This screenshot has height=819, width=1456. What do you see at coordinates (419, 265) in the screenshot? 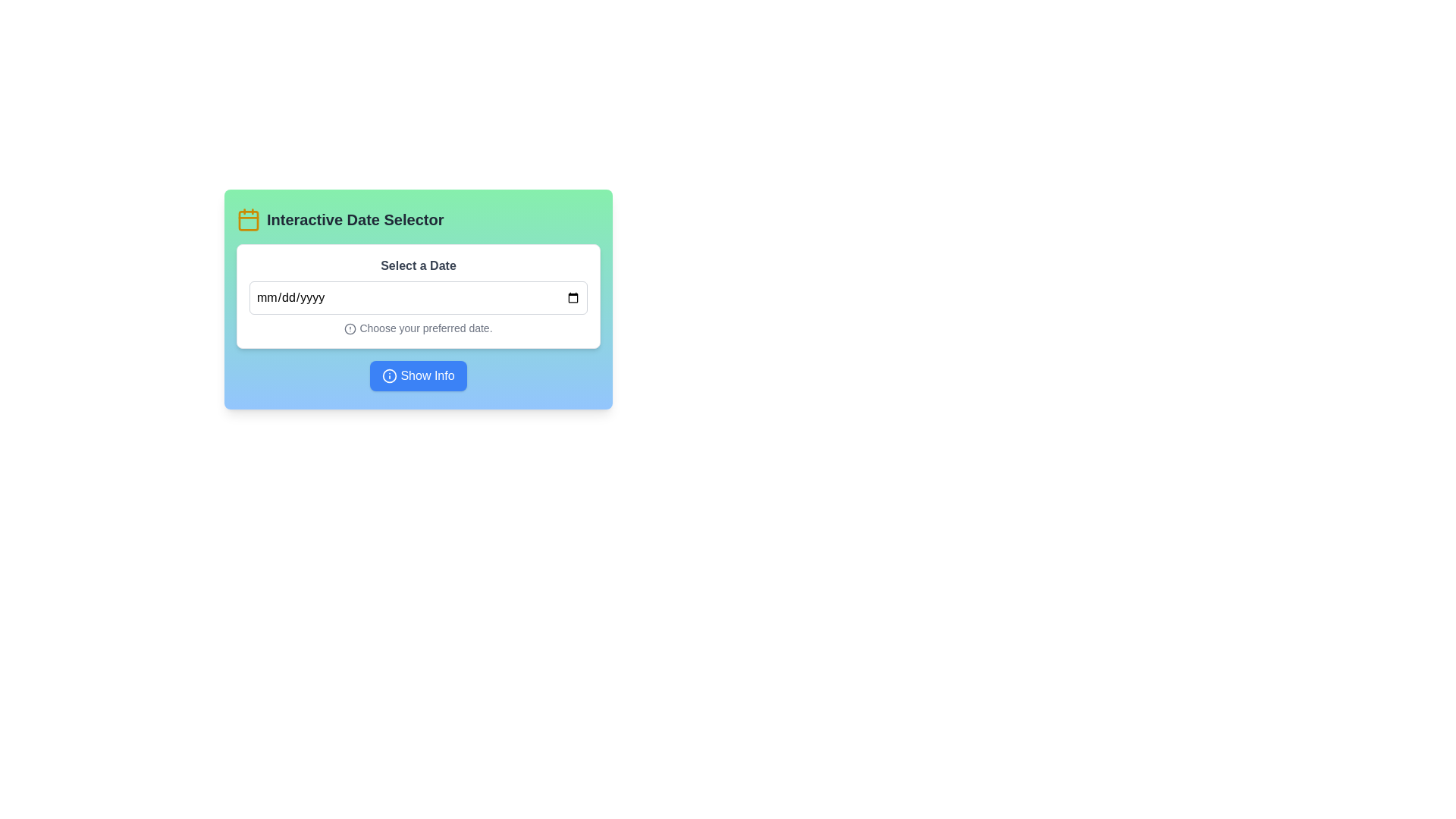
I see `the label element that provides instructions for the date input field located directly above it` at bounding box center [419, 265].